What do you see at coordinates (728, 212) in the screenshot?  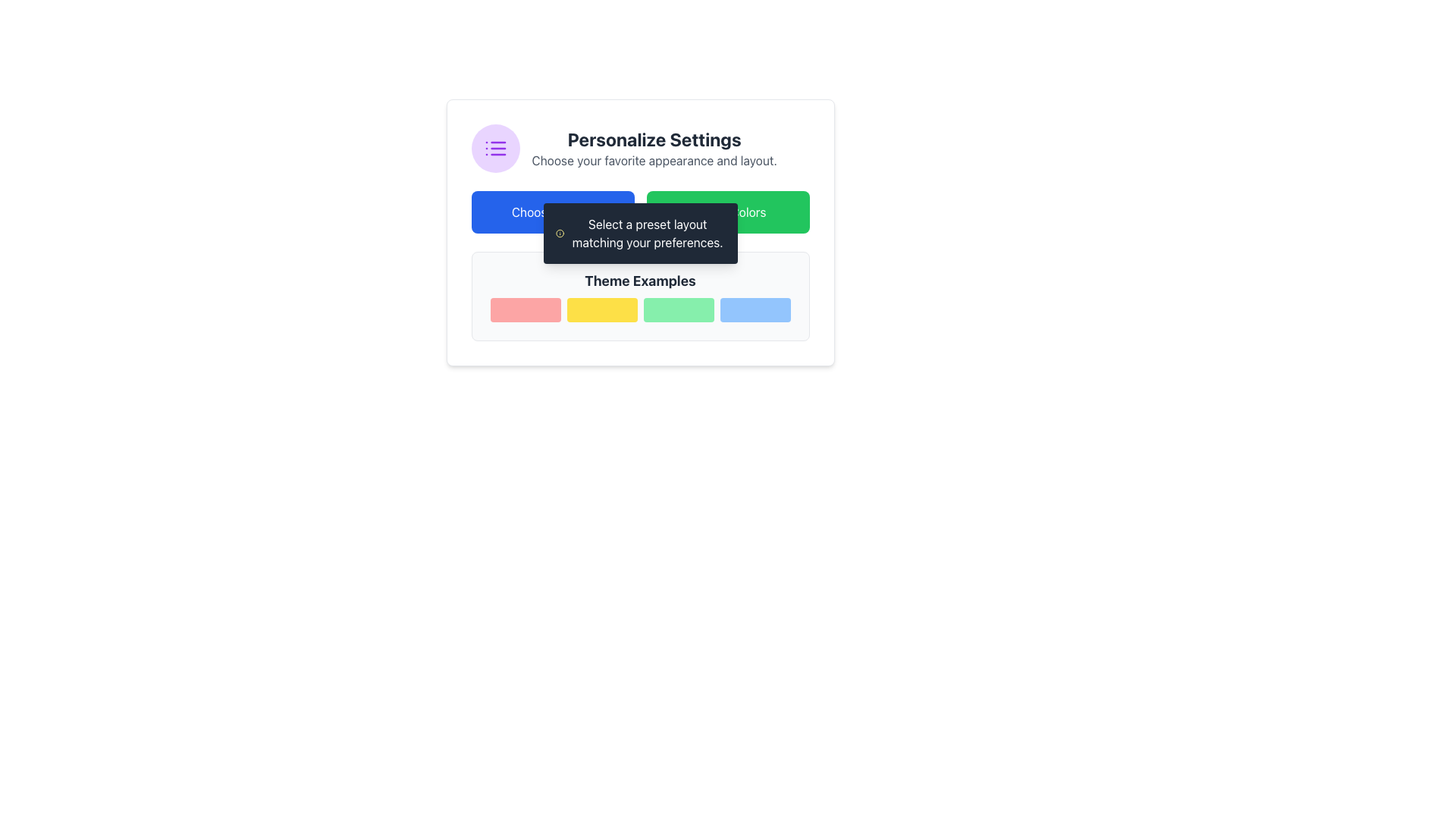 I see `the second button in the 'Personalize Settings' interface that allows users to modify color-related settings` at bounding box center [728, 212].